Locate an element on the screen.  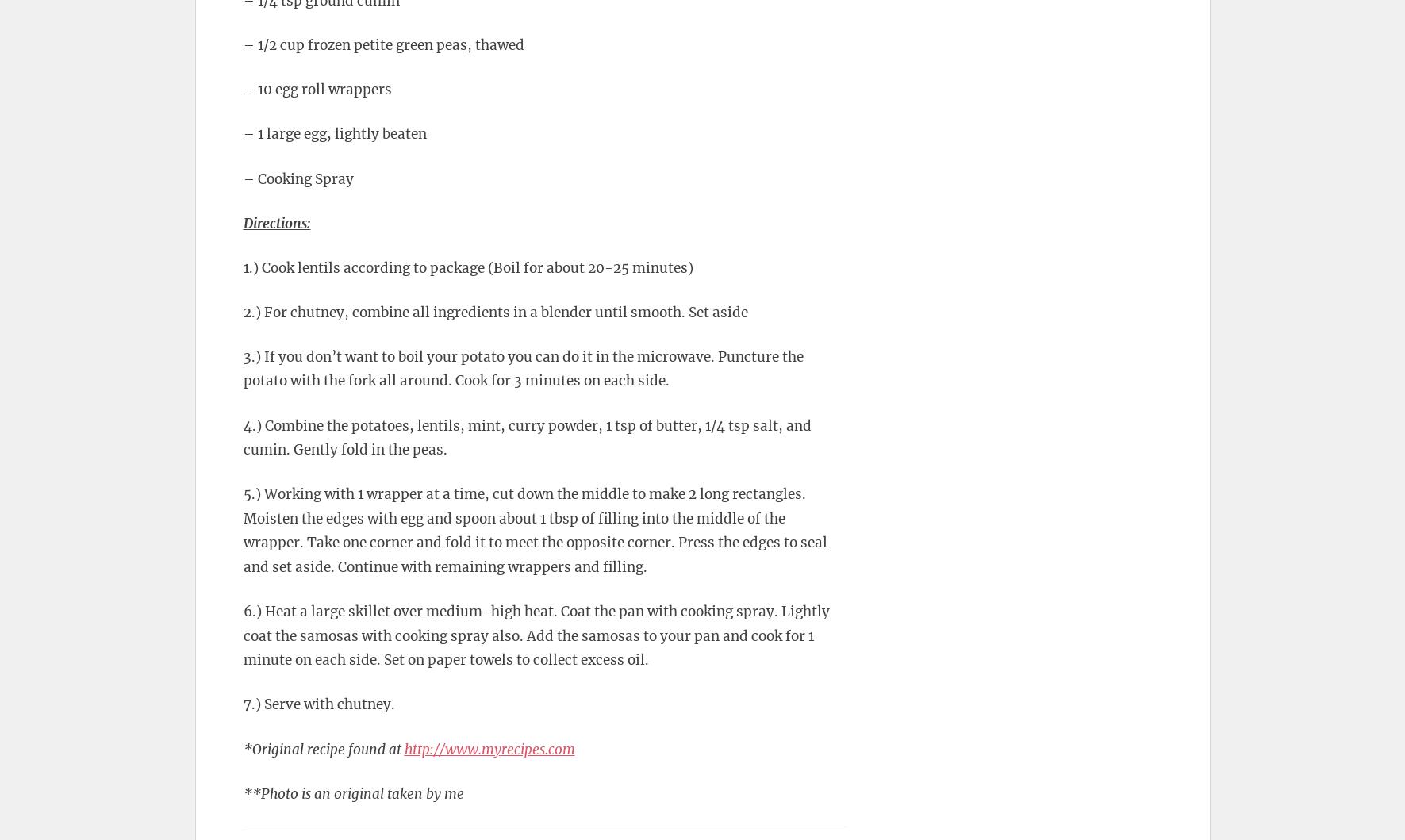
'7.) Serve with chutney.' is located at coordinates (242, 704).